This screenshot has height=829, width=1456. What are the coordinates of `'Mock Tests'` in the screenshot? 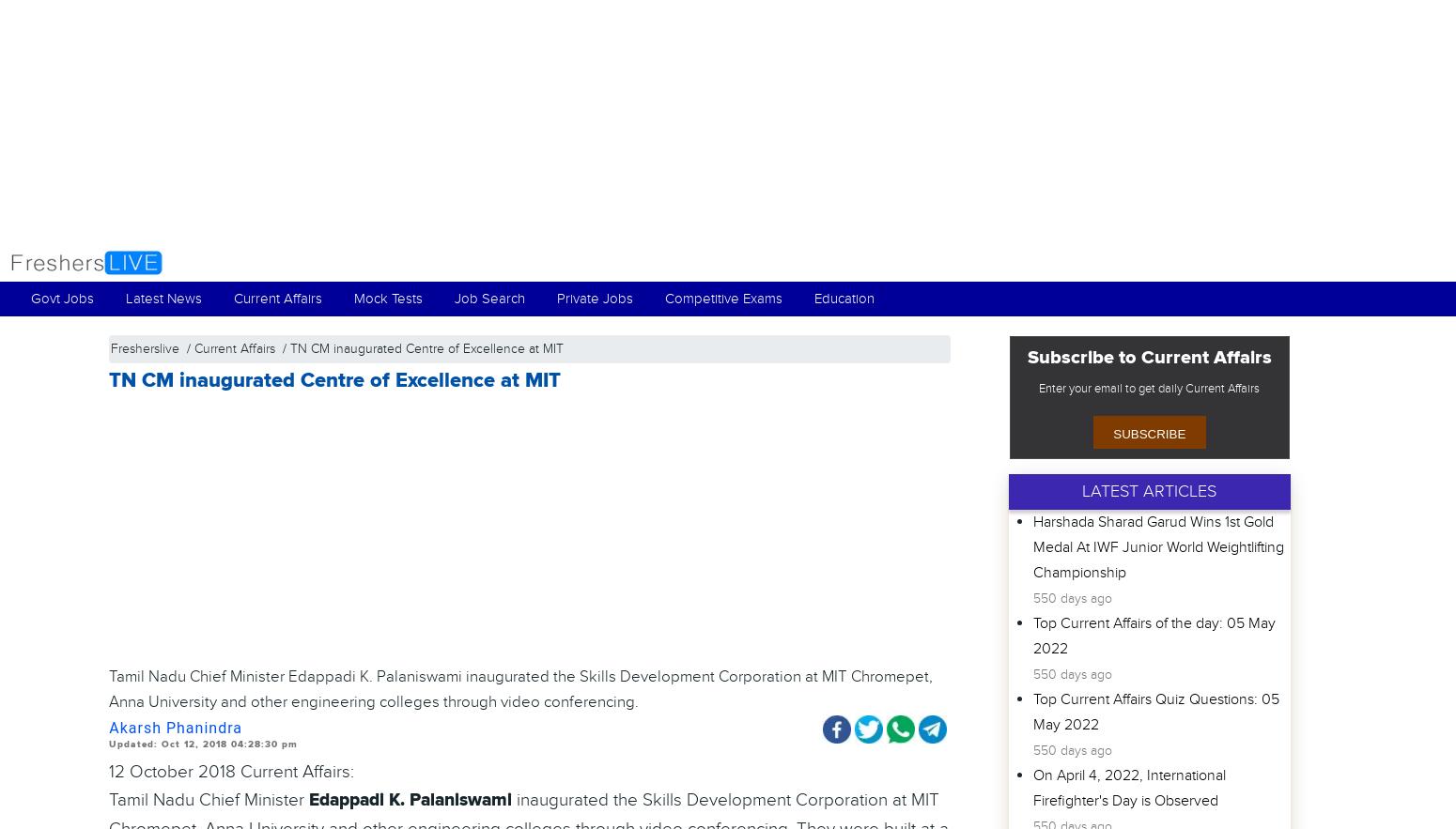 It's located at (388, 297).